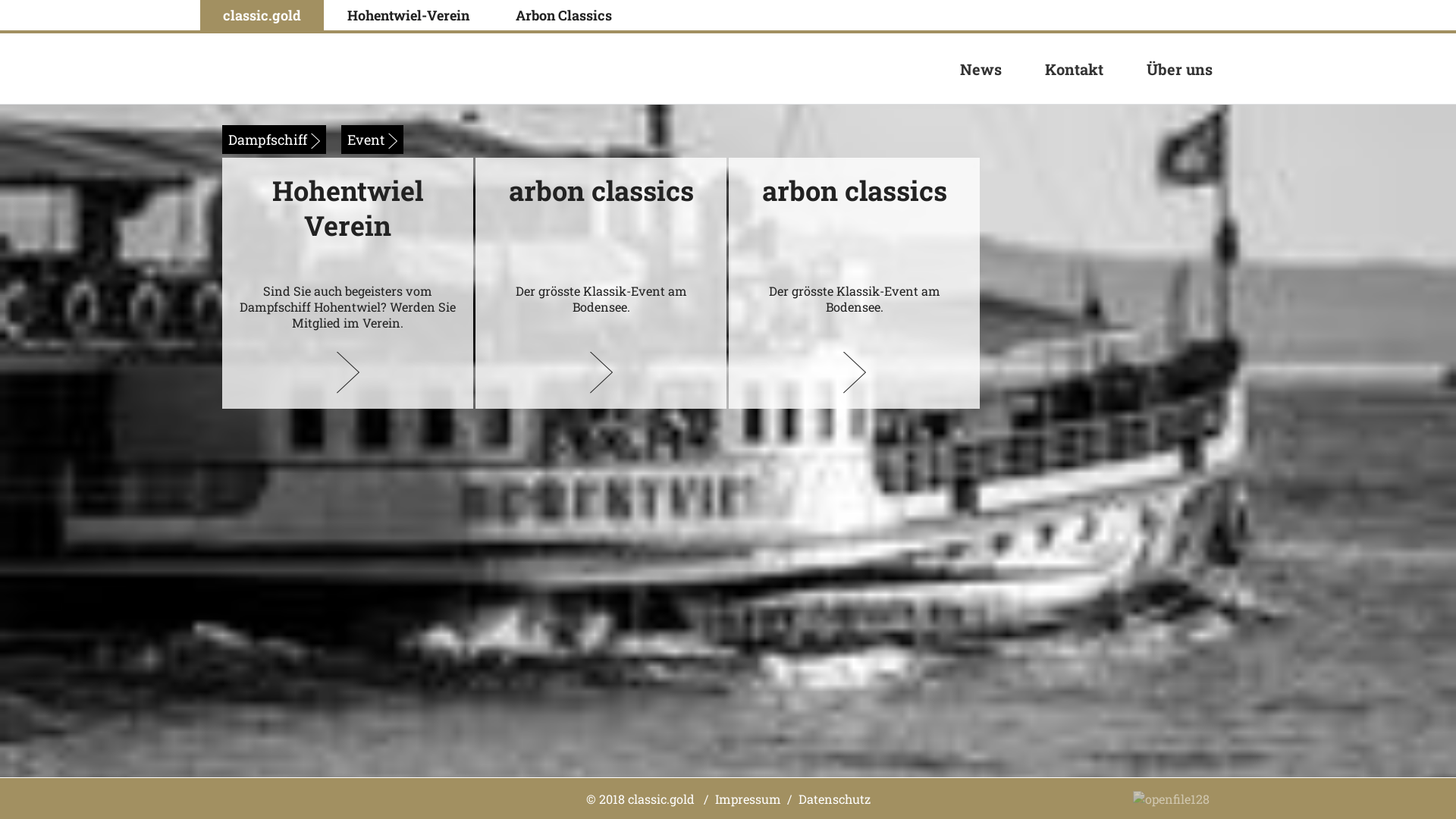 This screenshot has width=1456, height=819. Describe the element at coordinates (262, 14) in the screenshot. I see `'classic.gold'` at that location.